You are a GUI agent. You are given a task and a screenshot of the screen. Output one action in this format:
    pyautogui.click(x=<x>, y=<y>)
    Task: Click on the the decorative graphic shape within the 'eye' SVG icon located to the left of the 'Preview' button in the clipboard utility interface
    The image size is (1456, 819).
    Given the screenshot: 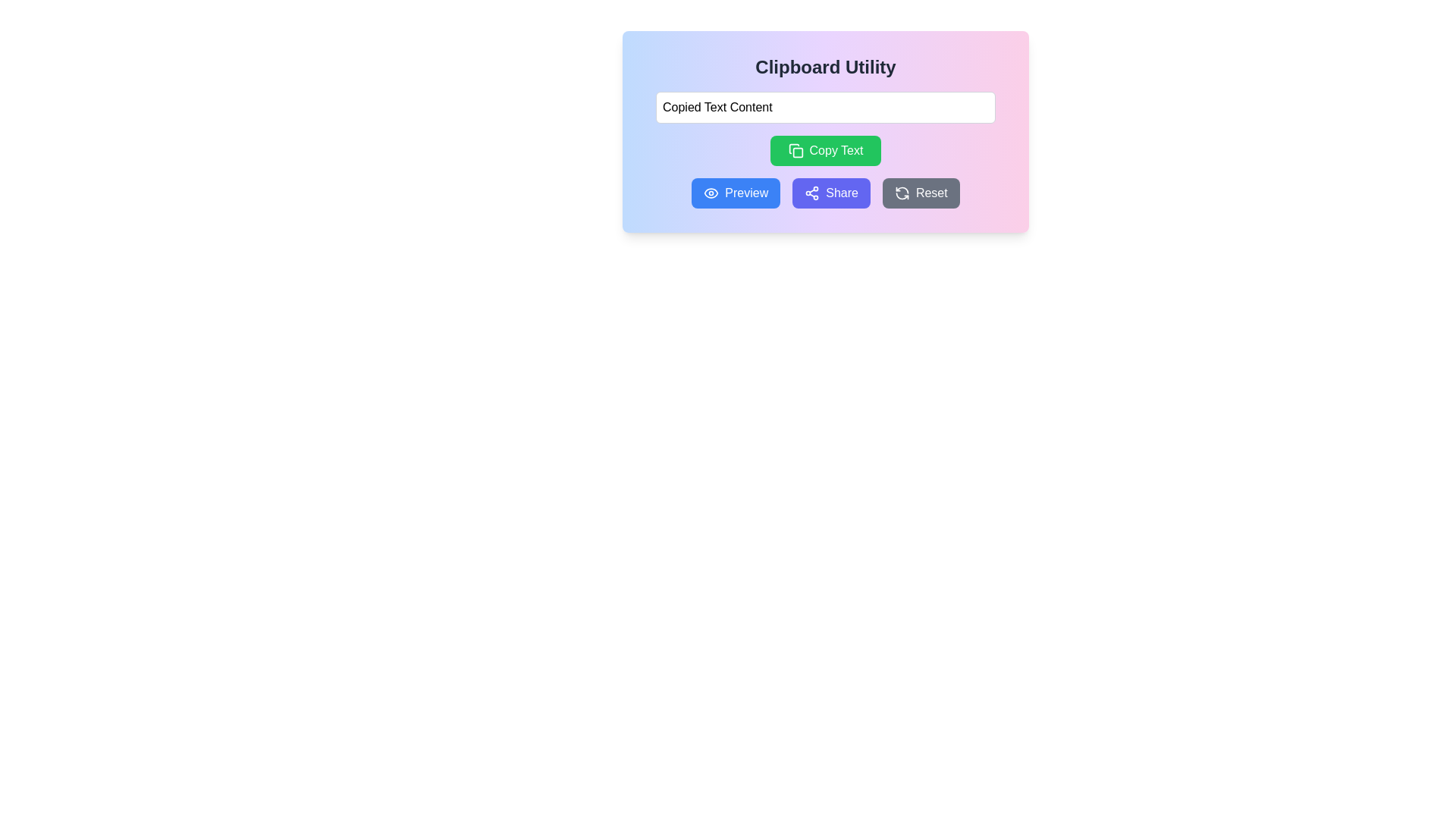 What is the action you would take?
    pyautogui.click(x=711, y=192)
    